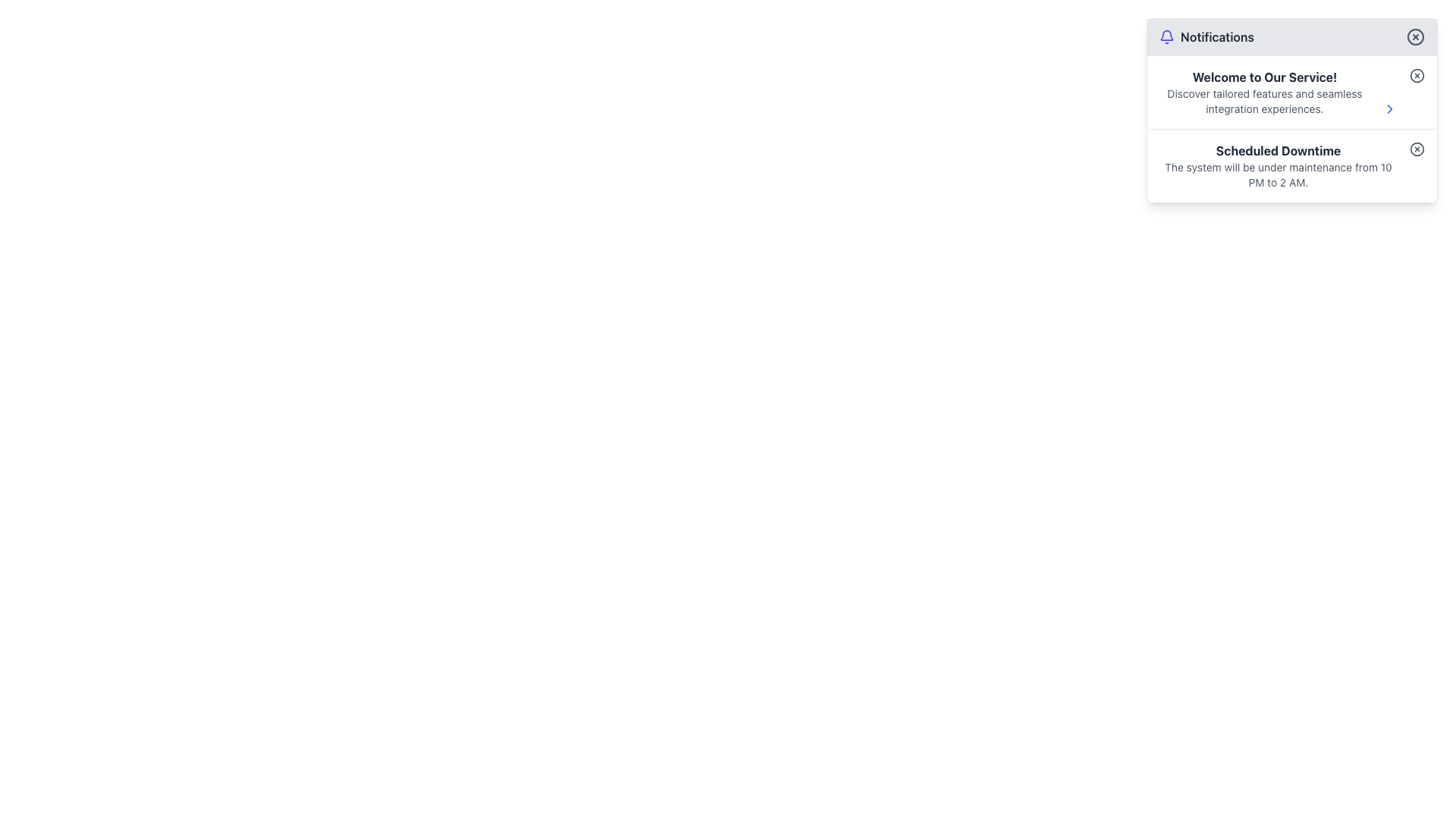  I want to click on the circular graphical element representing a circle with a radius of 10 units, located in the top-right corner of the notification panel adjacent to the 'Scheduled Downtime' message, so click(1416, 149).